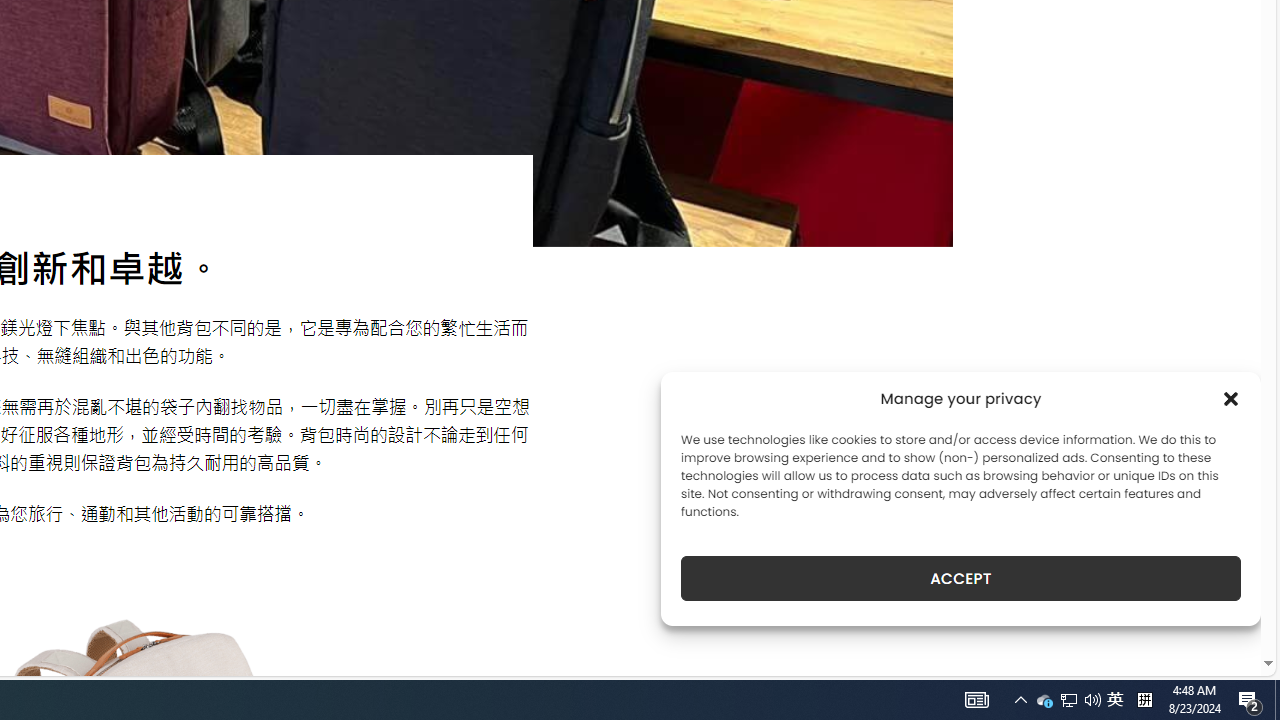 This screenshot has width=1280, height=720. I want to click on 'ACCEPT', so click(961, 578).